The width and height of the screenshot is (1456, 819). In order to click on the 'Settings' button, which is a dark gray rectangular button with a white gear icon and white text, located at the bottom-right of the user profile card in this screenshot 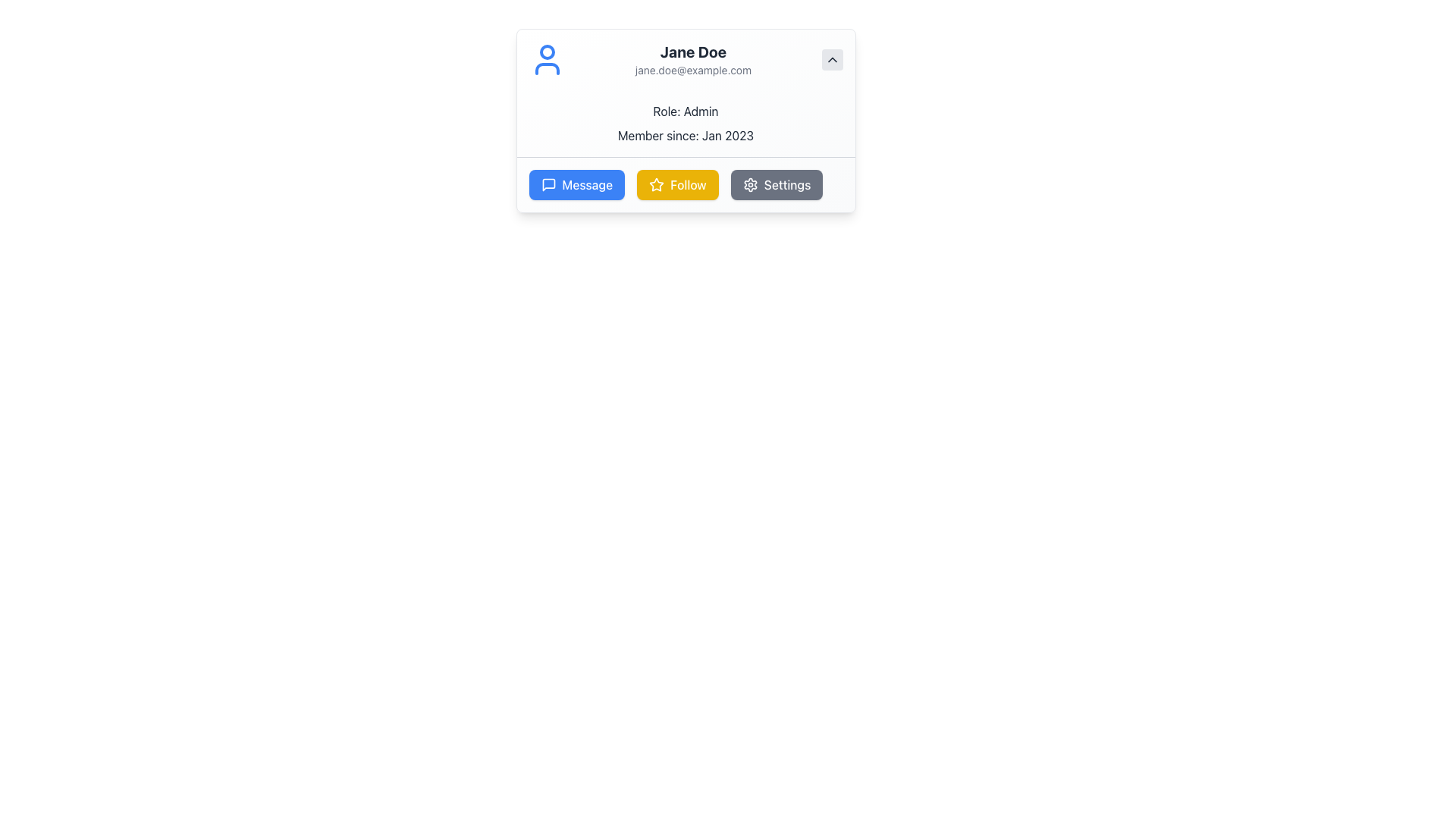, I will do `click(777, 184)`.